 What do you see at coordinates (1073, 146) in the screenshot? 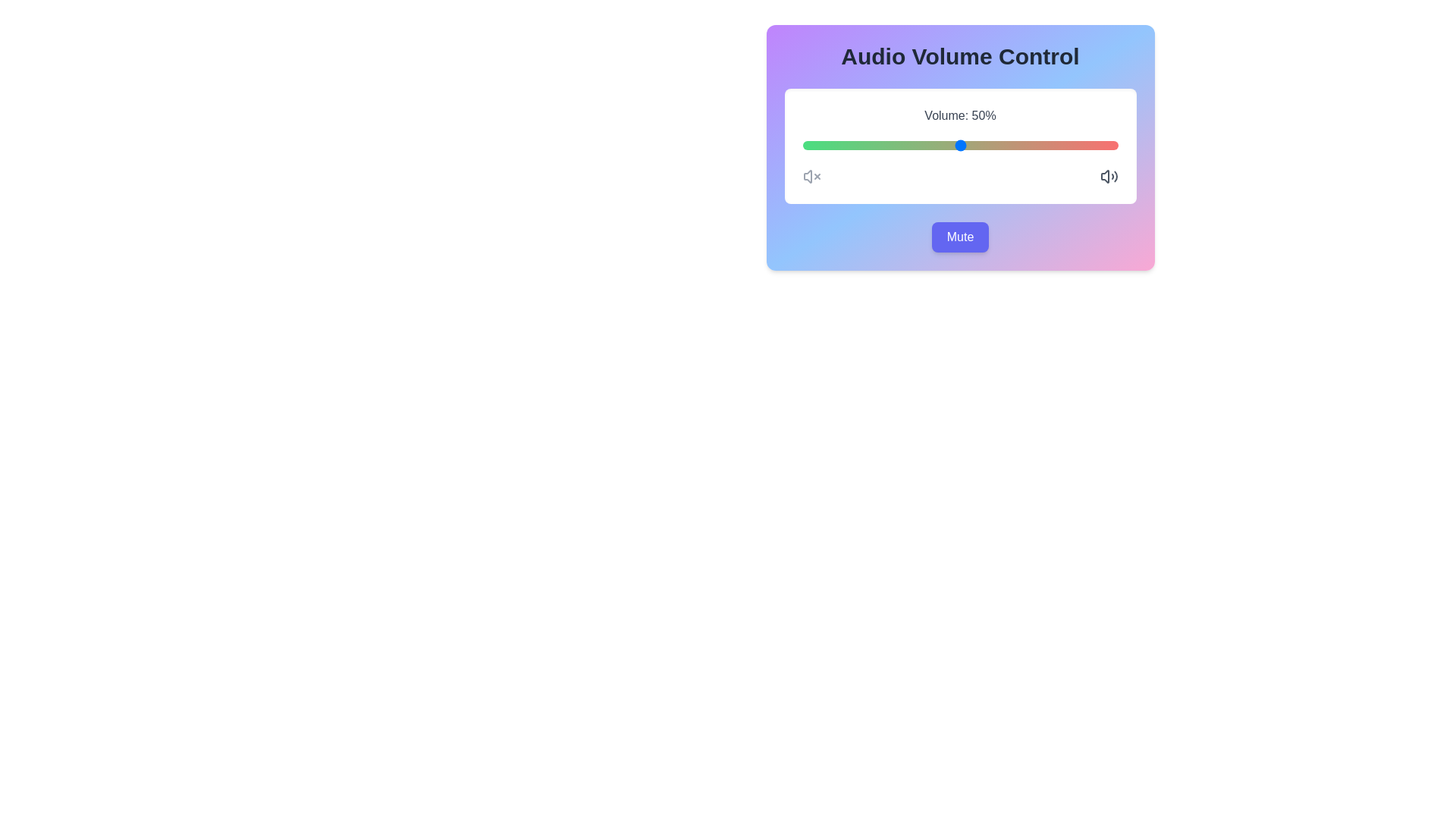
I see `the volume slider to 86%` at bounding box center [1073, 146].